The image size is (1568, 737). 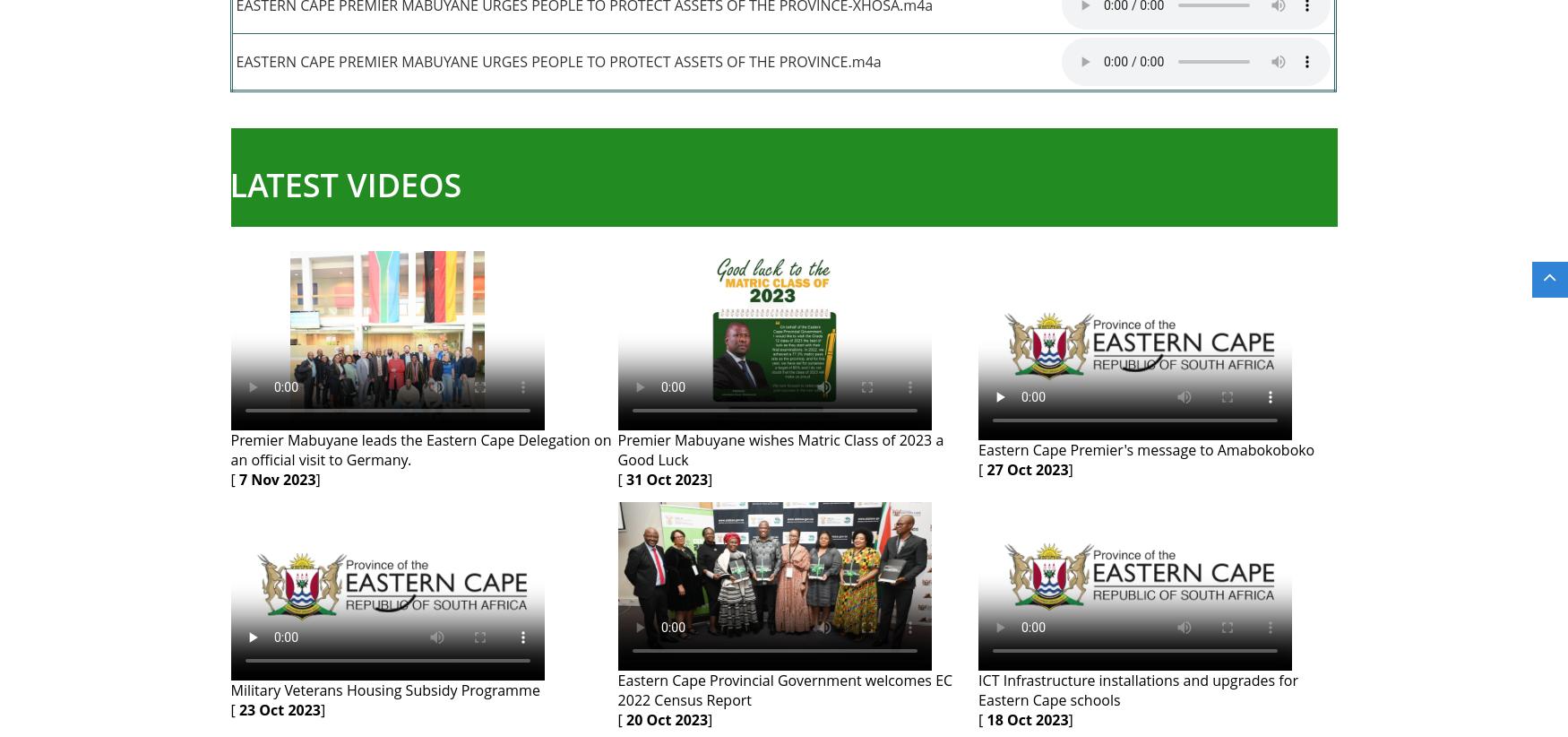 What do you see at coordinates (667, 719) in the screenshot?
I see `'20 Oct 2023'` at bounding box center [667, 719].